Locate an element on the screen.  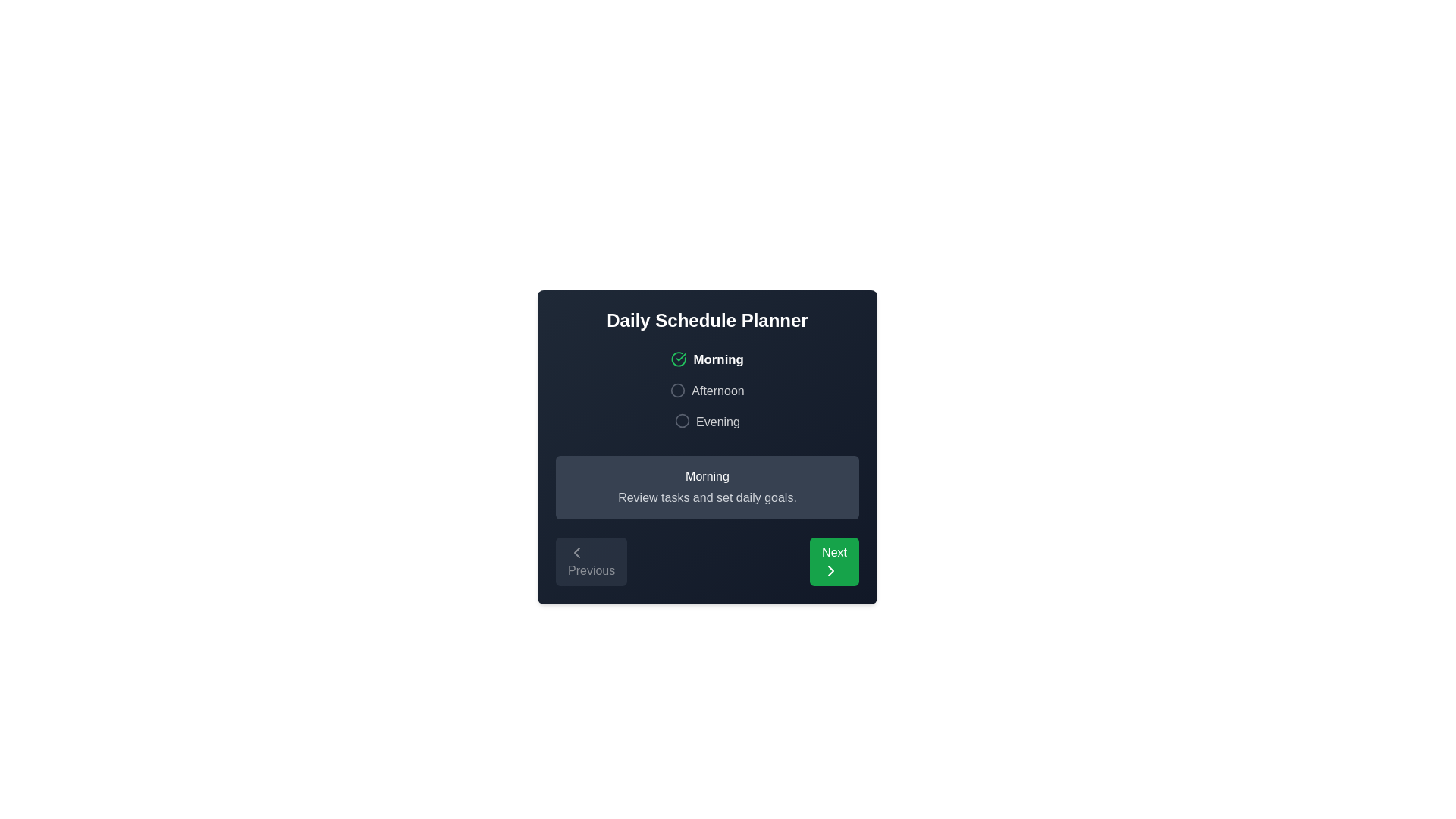
the Informational text block with a gray background and bold title 'Morning', which contains the text 'Review tasks and set daily goals.' positioned below the 'Morning' option in the Daily Schedule Planner is located at coordinates (706, 488).